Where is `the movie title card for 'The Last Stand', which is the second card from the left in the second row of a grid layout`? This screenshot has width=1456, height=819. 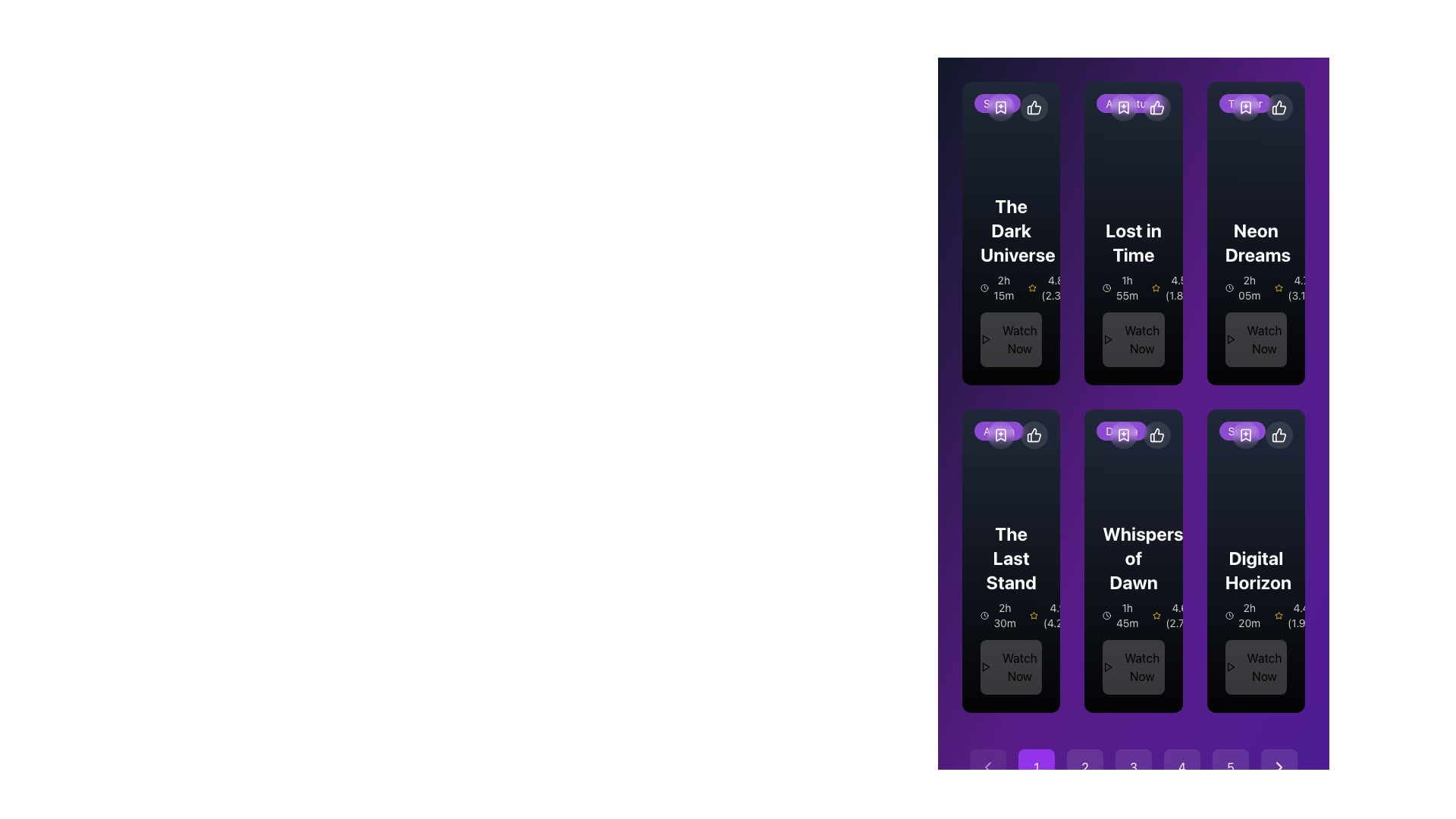
the movie title card for 'The Last Stand', which is the second card from the left in the second row of a grid layout is located at coordinates (1011, 607).